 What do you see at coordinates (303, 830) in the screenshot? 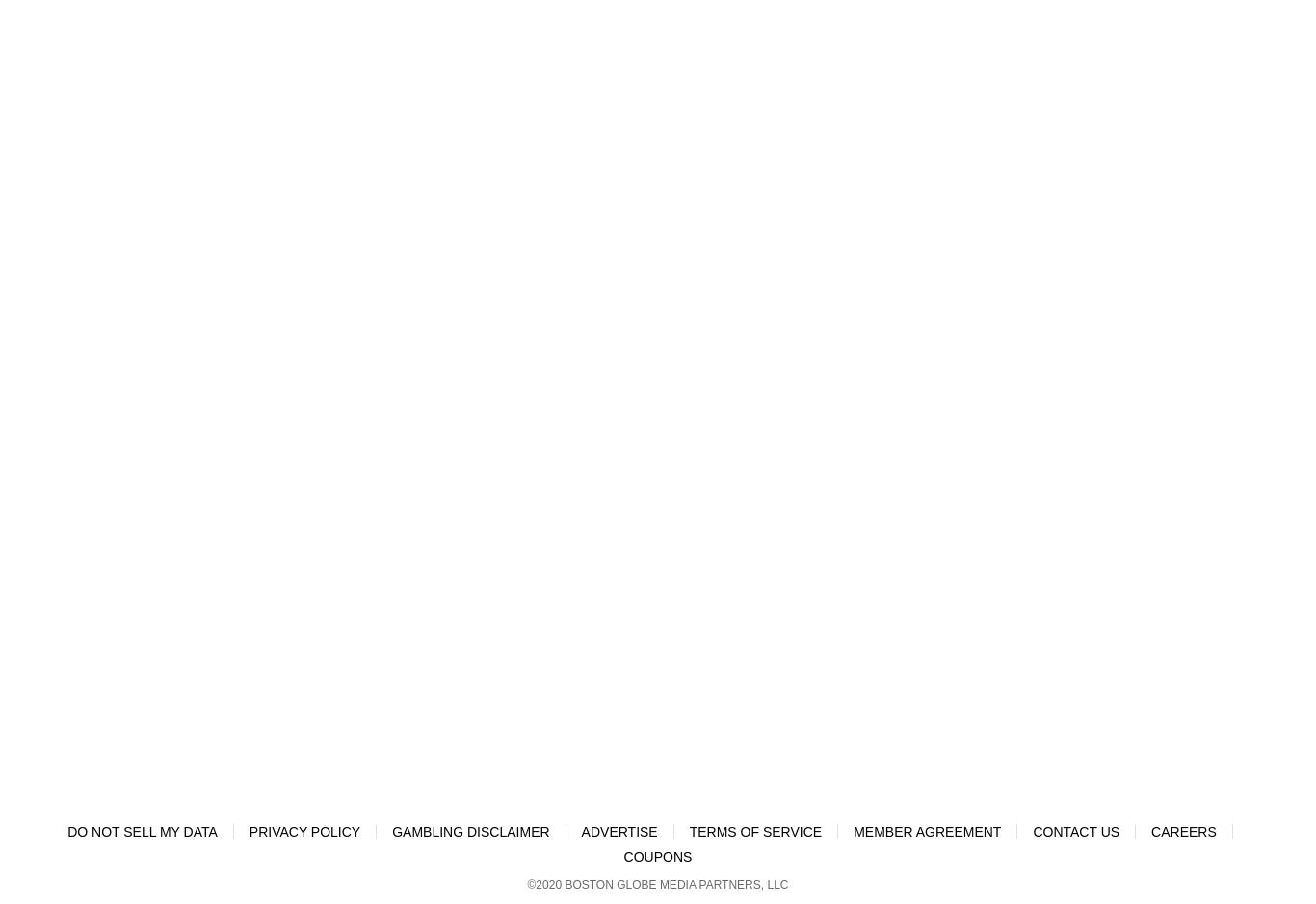
I see `'Privacy Policy'` at bounding box center [303, 830].